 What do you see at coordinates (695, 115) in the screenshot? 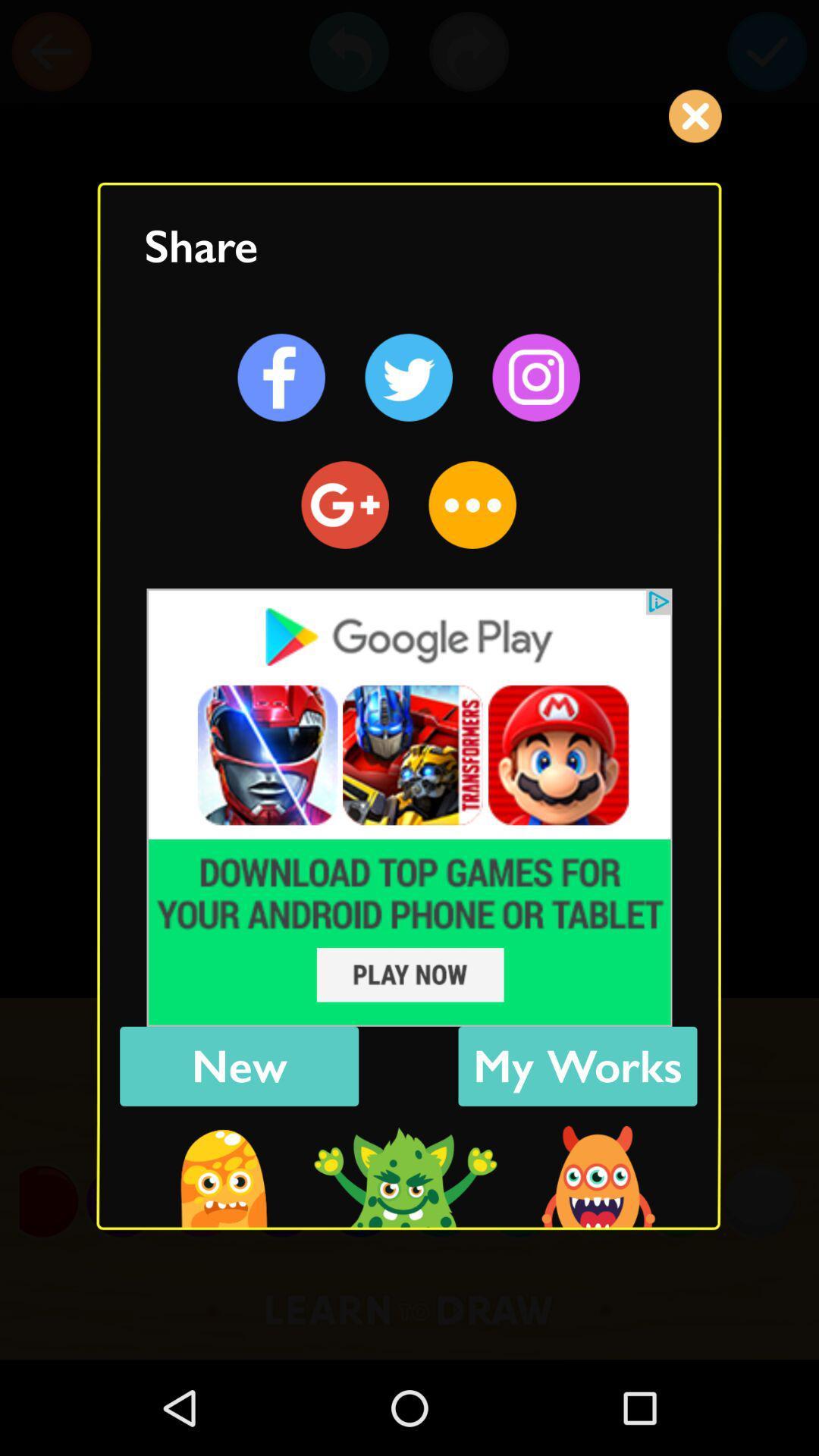
I see `the close icon` at bounding box center [695, 115].